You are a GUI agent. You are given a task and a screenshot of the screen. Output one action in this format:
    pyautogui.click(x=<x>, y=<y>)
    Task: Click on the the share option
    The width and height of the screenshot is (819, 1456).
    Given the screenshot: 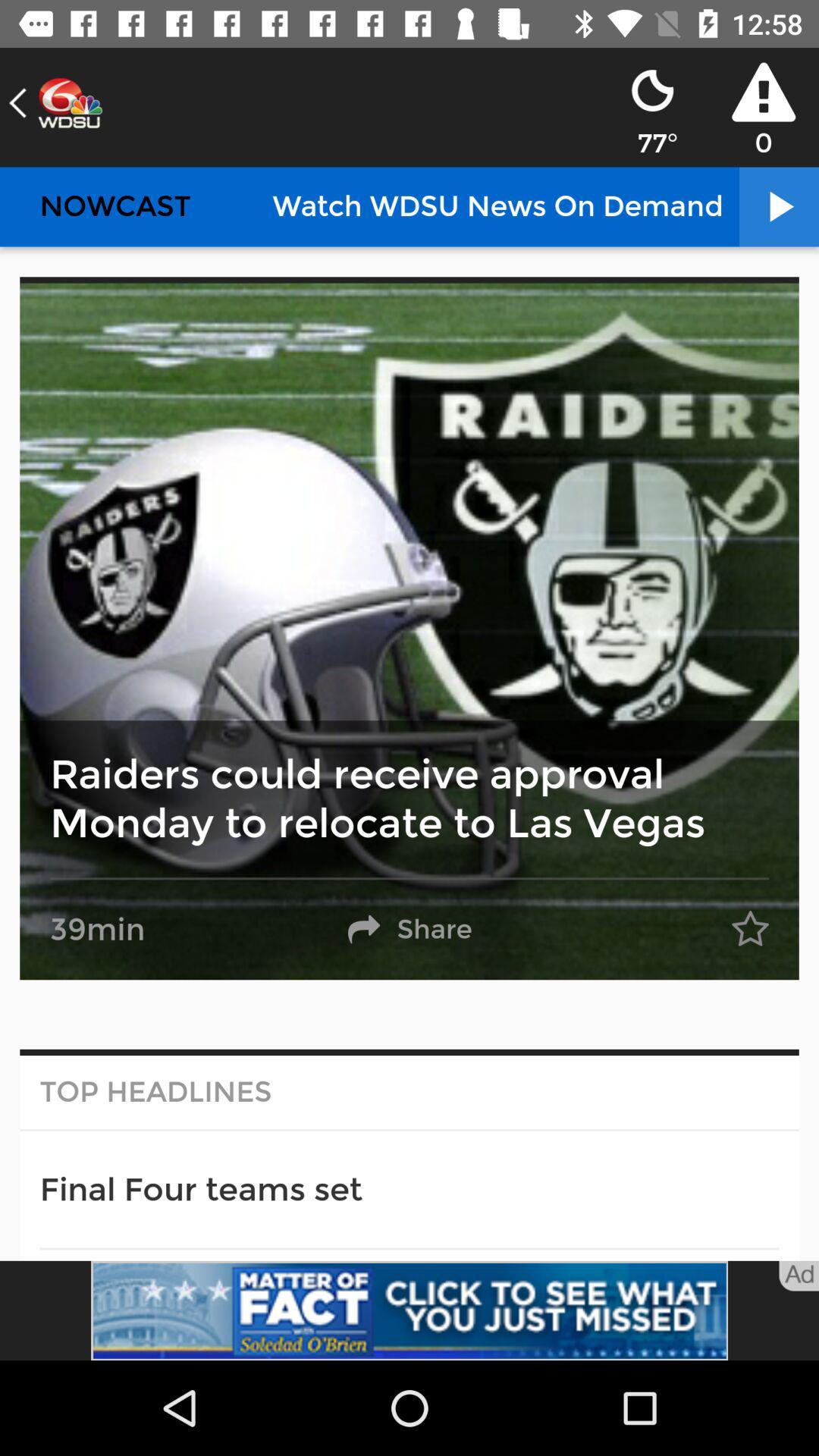 What is the action you would take?
    pyautogui.click(x=409, y=928)
    